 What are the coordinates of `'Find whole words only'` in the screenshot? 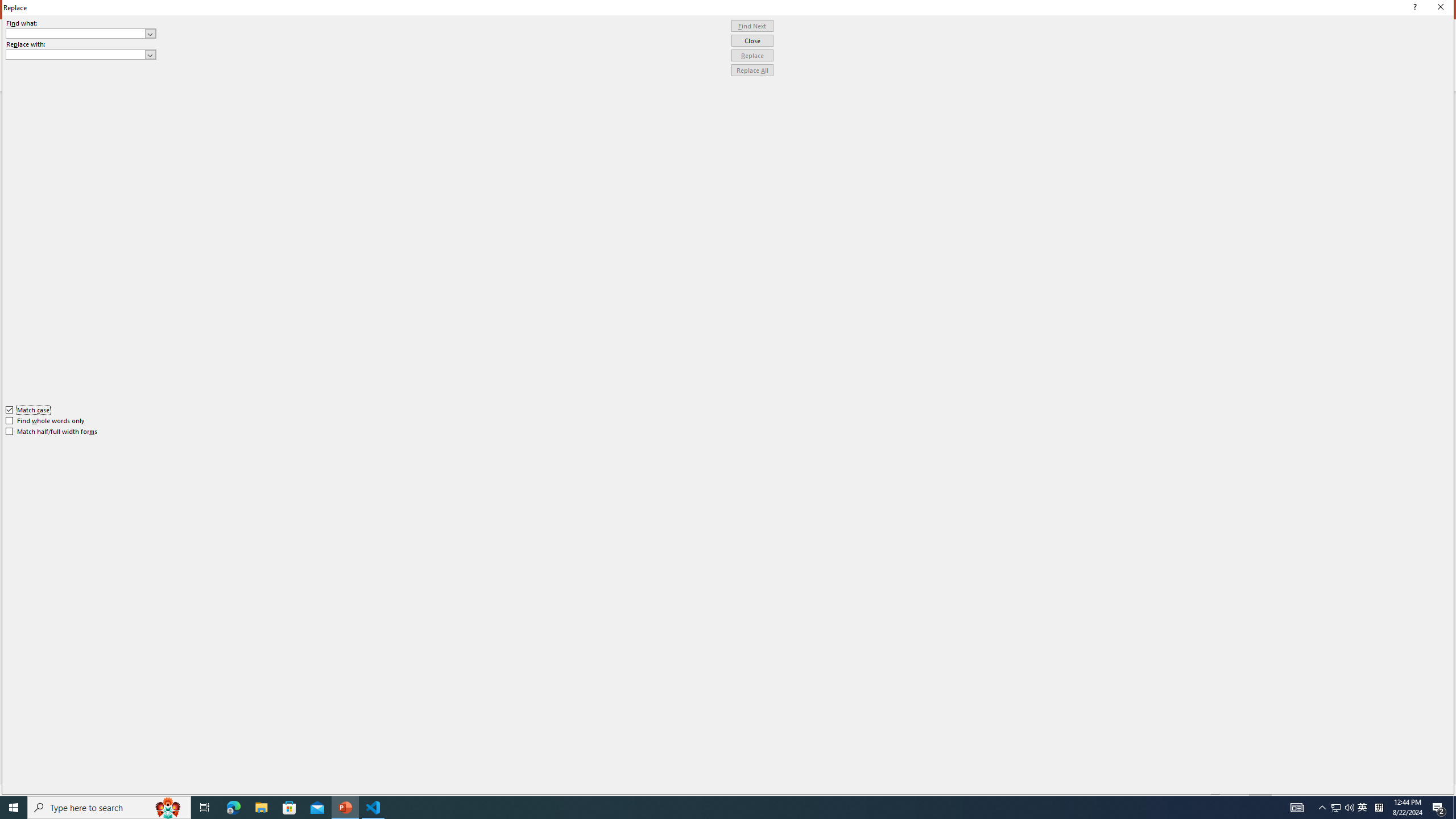 It's located at (45, 420).